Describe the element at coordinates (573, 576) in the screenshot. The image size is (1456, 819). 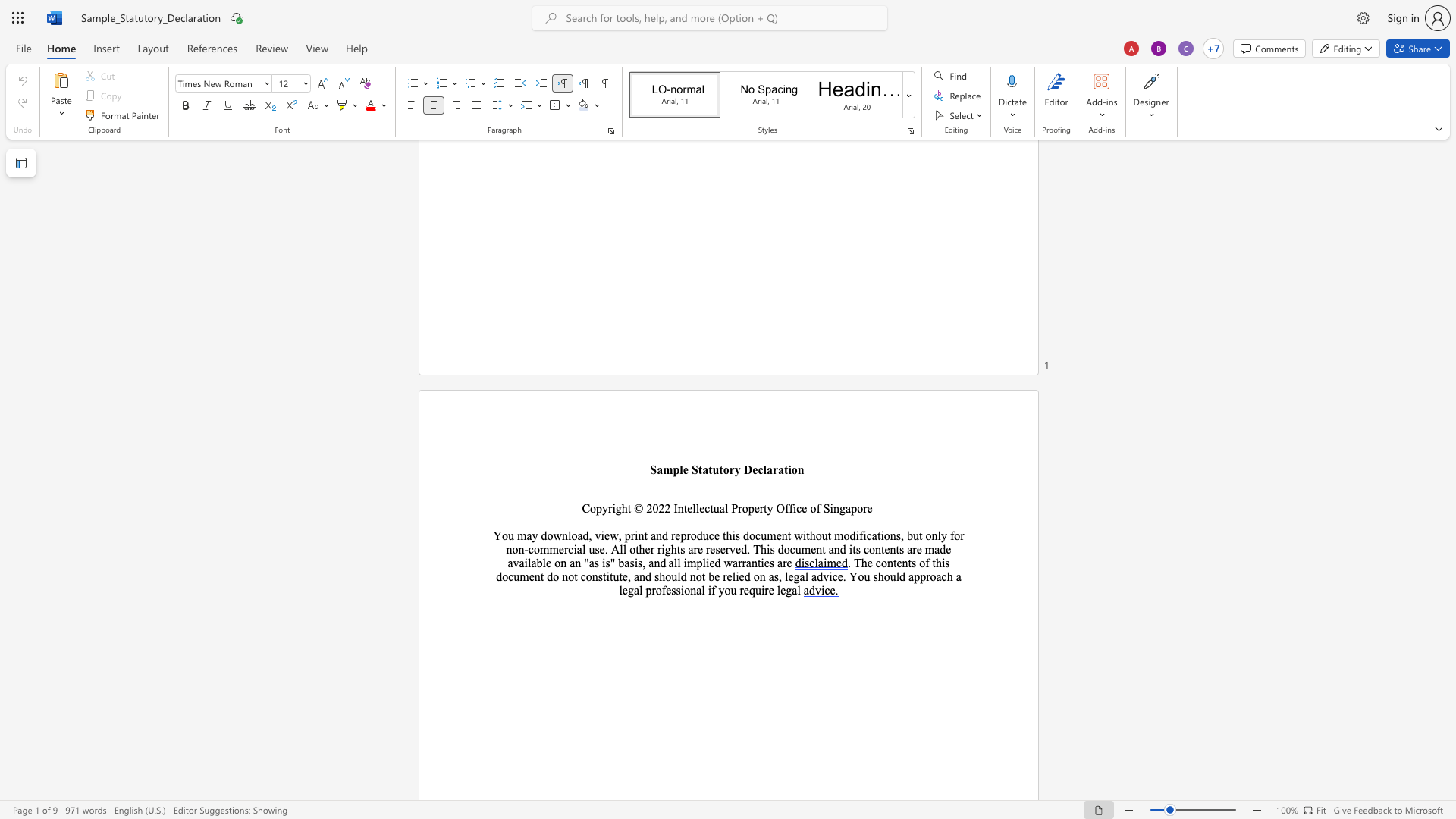
I see `the space between the continuous character "o" and "t" in the text` at that location.